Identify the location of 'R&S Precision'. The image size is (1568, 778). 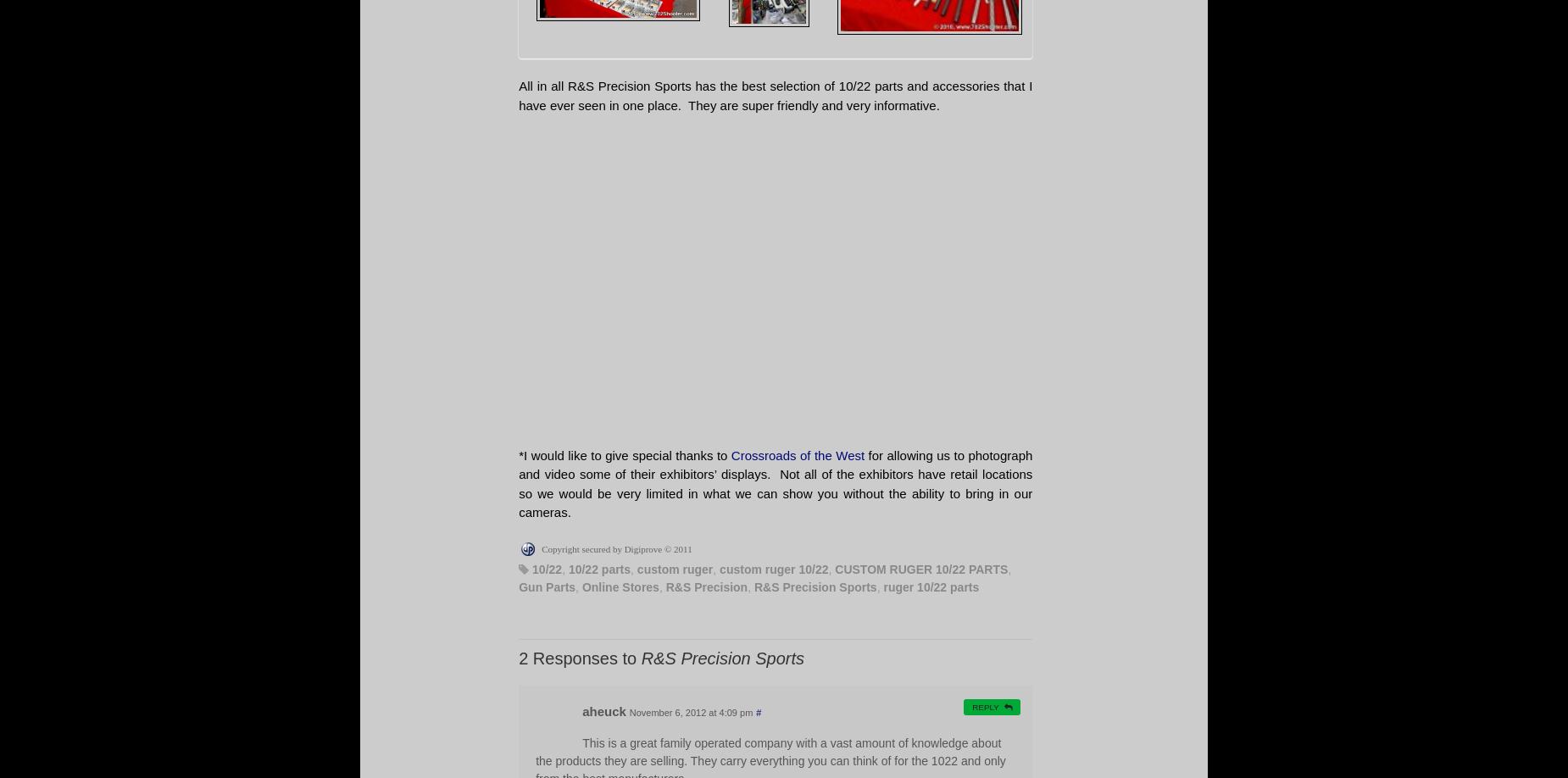
(664, 585).